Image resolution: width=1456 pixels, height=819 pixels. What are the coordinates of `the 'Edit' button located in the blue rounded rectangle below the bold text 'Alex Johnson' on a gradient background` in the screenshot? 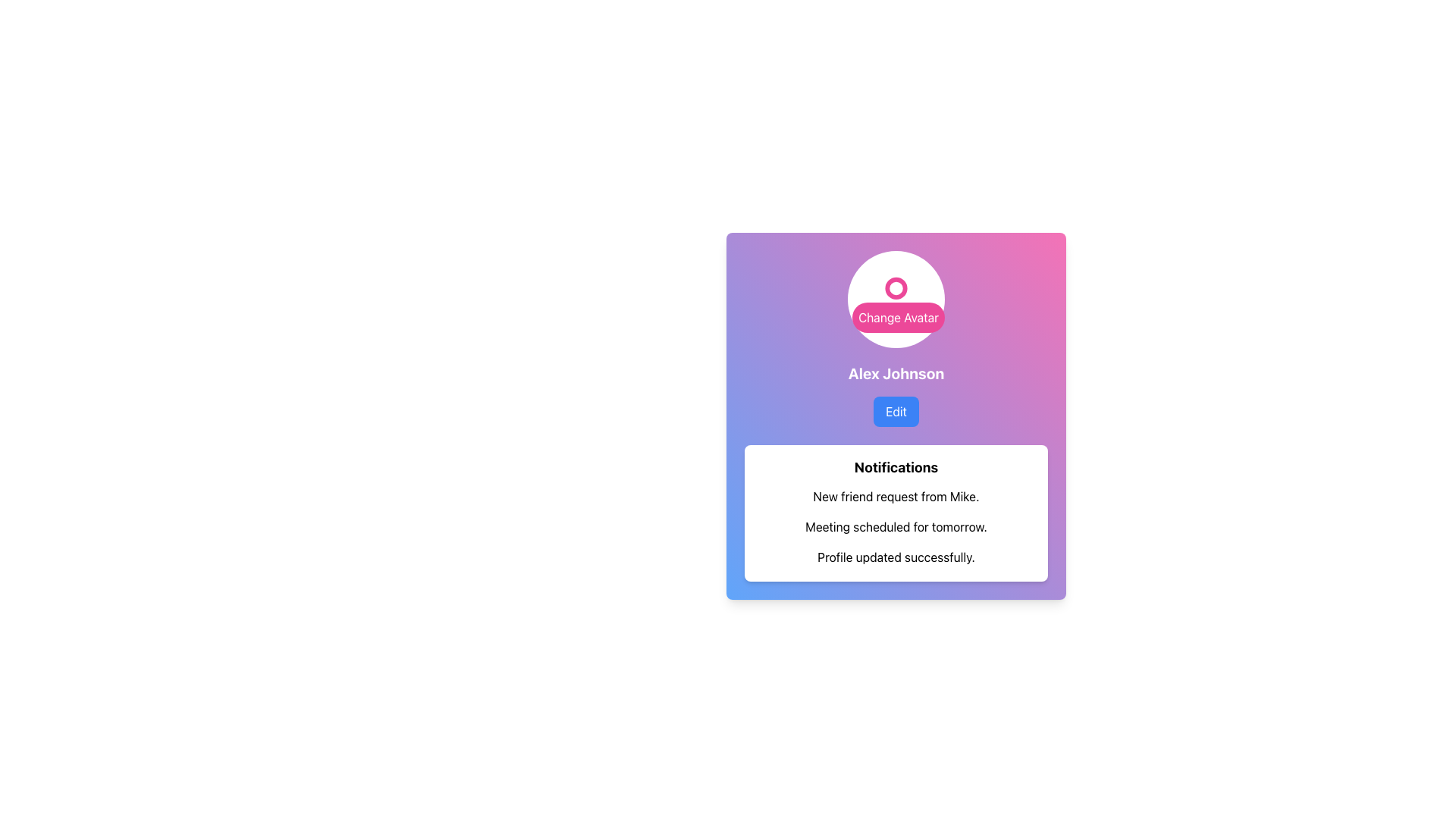 It's located at (896, 394).